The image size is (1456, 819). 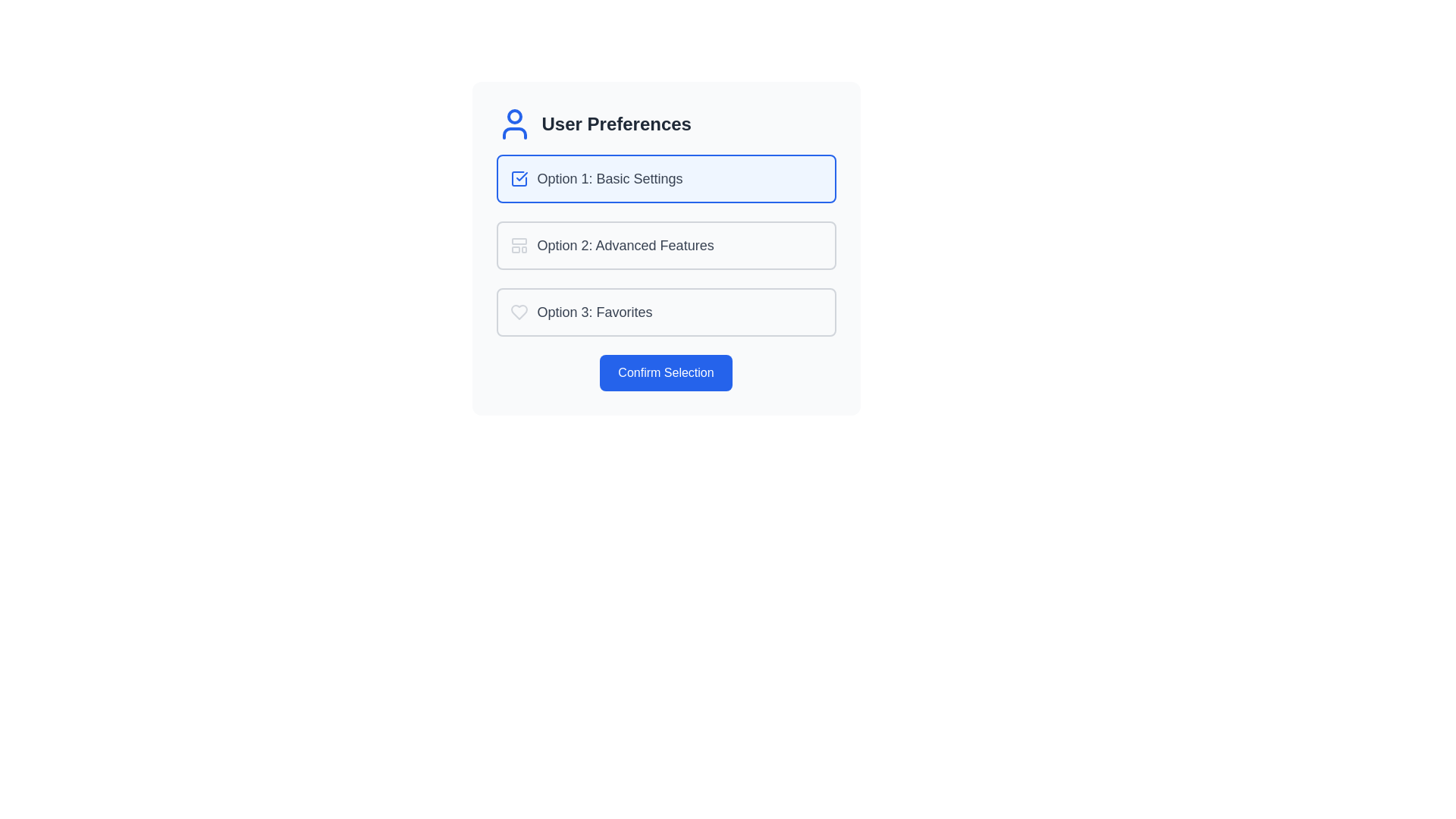 What do you see at coordinates (519, 177) in the screenshot?
I see `the checkmark icon within the checkbox of the 'Option 1: Basic Settings' card, which is styled in blue and indicates selection` at bounding box center [519, 177].